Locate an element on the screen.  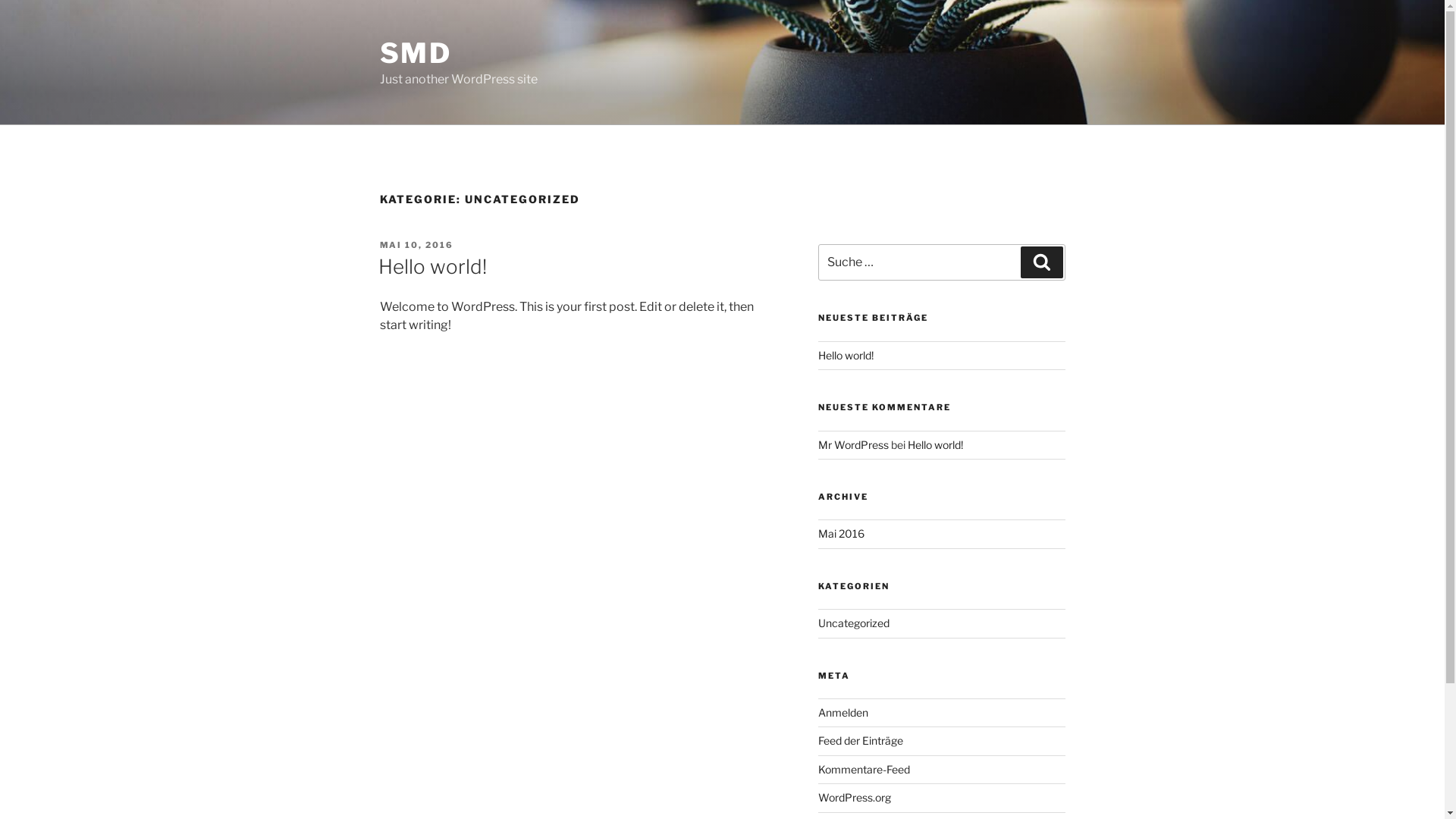
'Uncategorized' is located at coordinates (854, 623).